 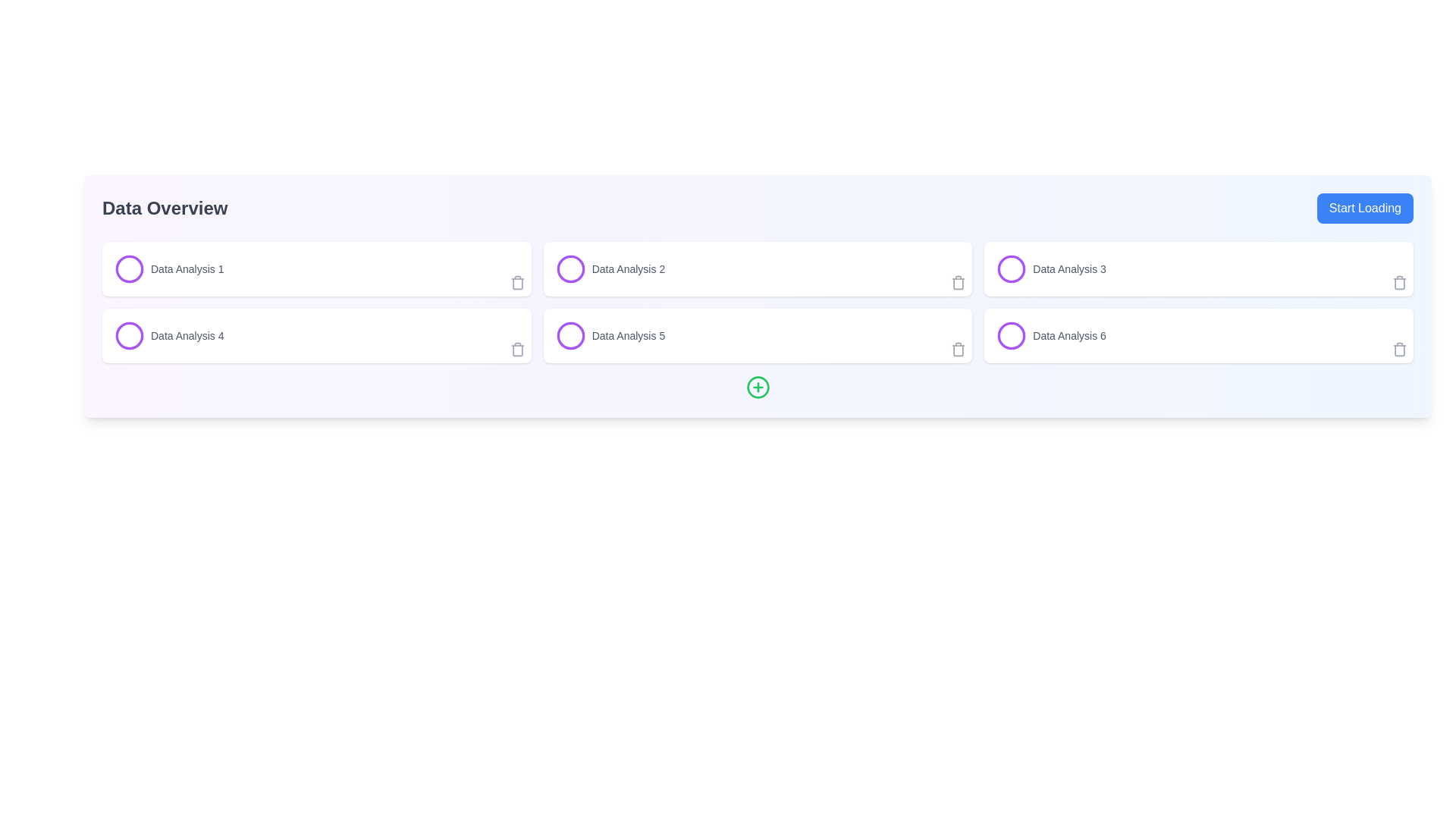 What do you see at coordinates (758, 386) in the screenshot?
I see `the green circle icon with a plus symbol at the bottom center of the interface` at bounding box center [758, 386].